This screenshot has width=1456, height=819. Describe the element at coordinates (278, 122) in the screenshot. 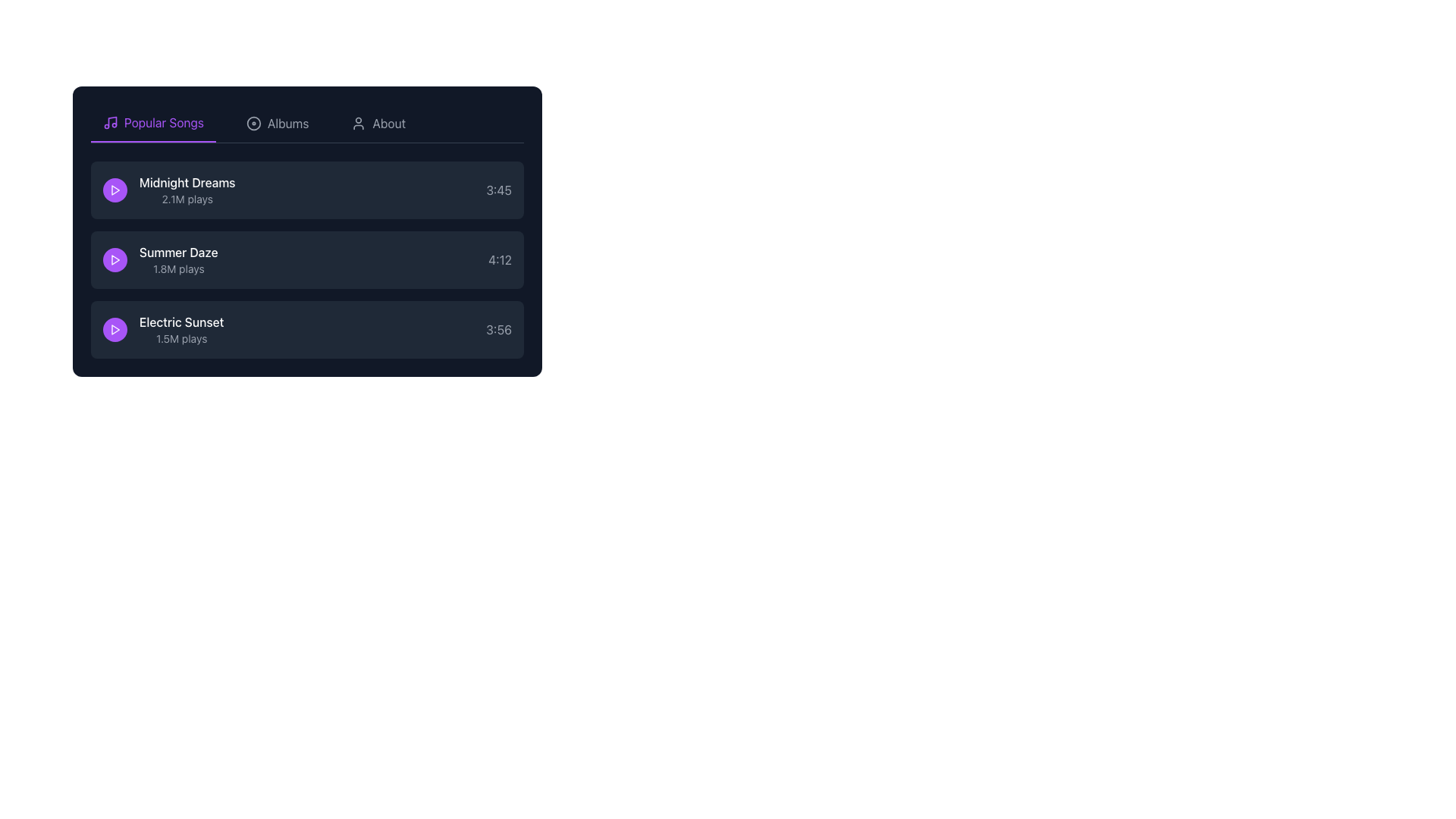

I see `the 'Albums' button in the navigation bar` at that location.